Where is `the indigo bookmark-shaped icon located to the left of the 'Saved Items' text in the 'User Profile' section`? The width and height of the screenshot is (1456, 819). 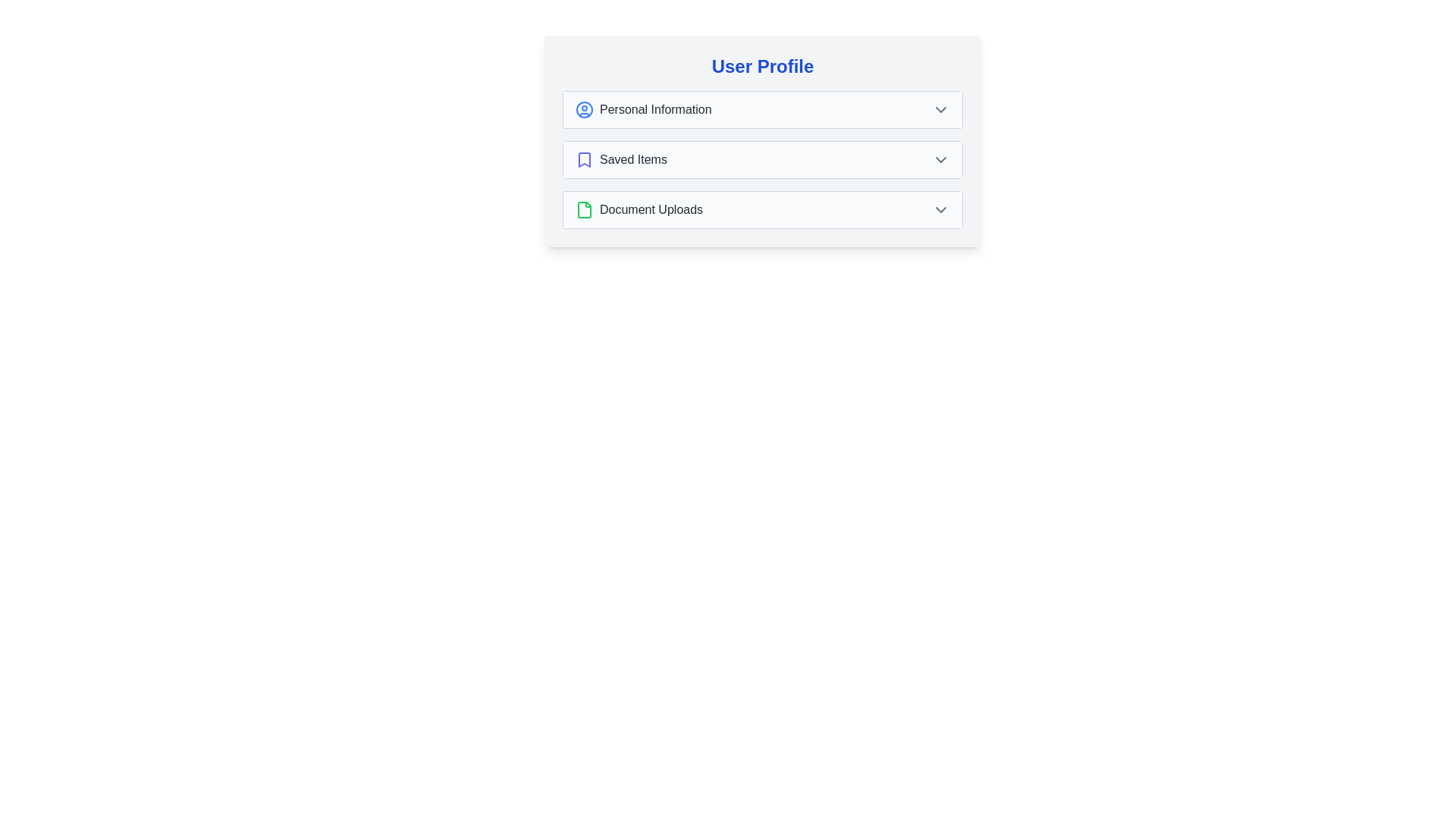 the indigo bookmark-shaped icon located to the left of the 'Saved Items' text in the 'User Profile' section is located at coordinates (584, 160).